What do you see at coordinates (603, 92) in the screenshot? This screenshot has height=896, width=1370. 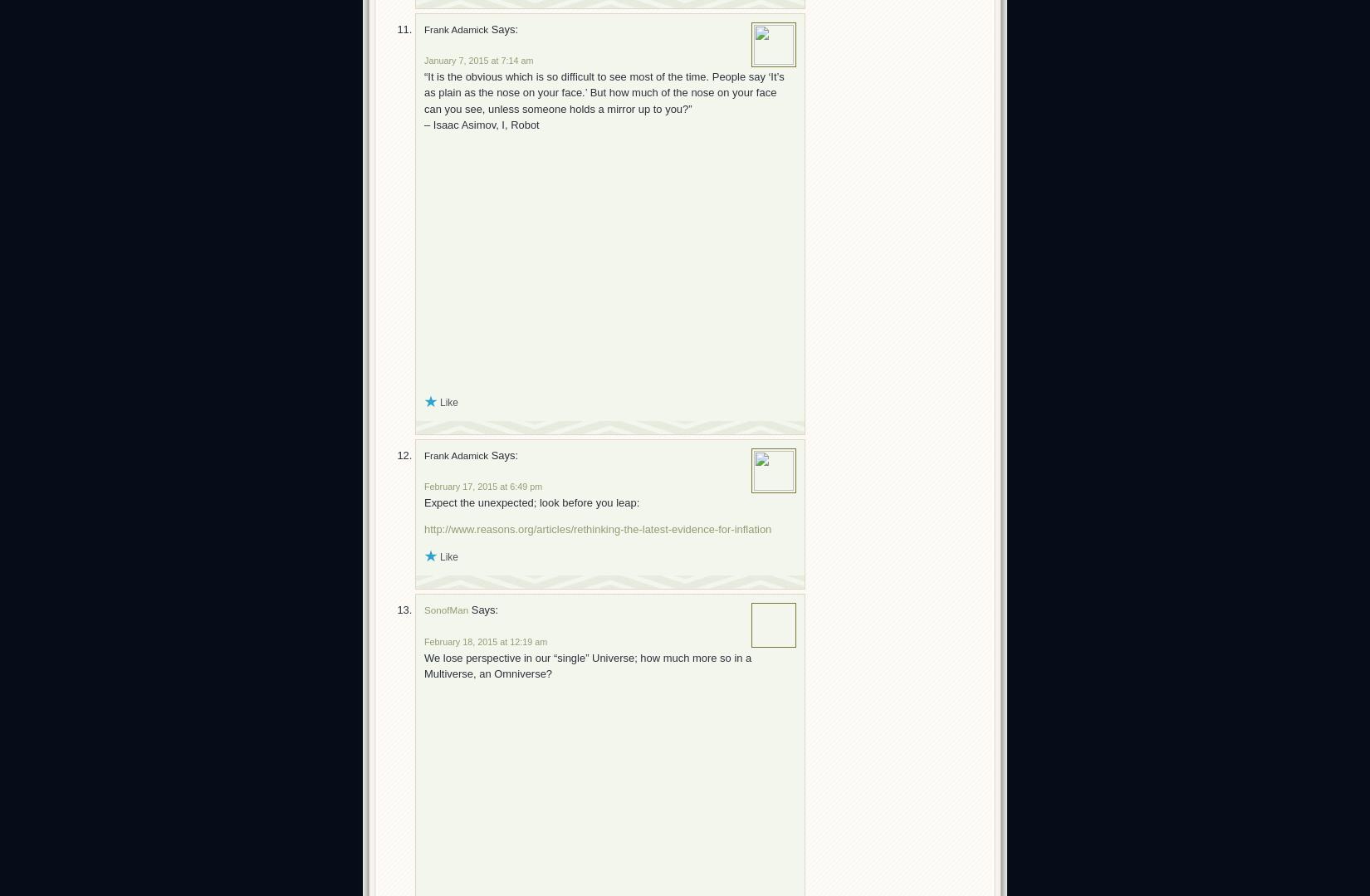 I see `'“It is the obvious which is so difficult to see most of the time. People say ‘It’s as plain as the nose on your face.’ But how much of the nose on your face can you see, unless someone holds a mirror up to you?”'` at bounding box center [603, 92].